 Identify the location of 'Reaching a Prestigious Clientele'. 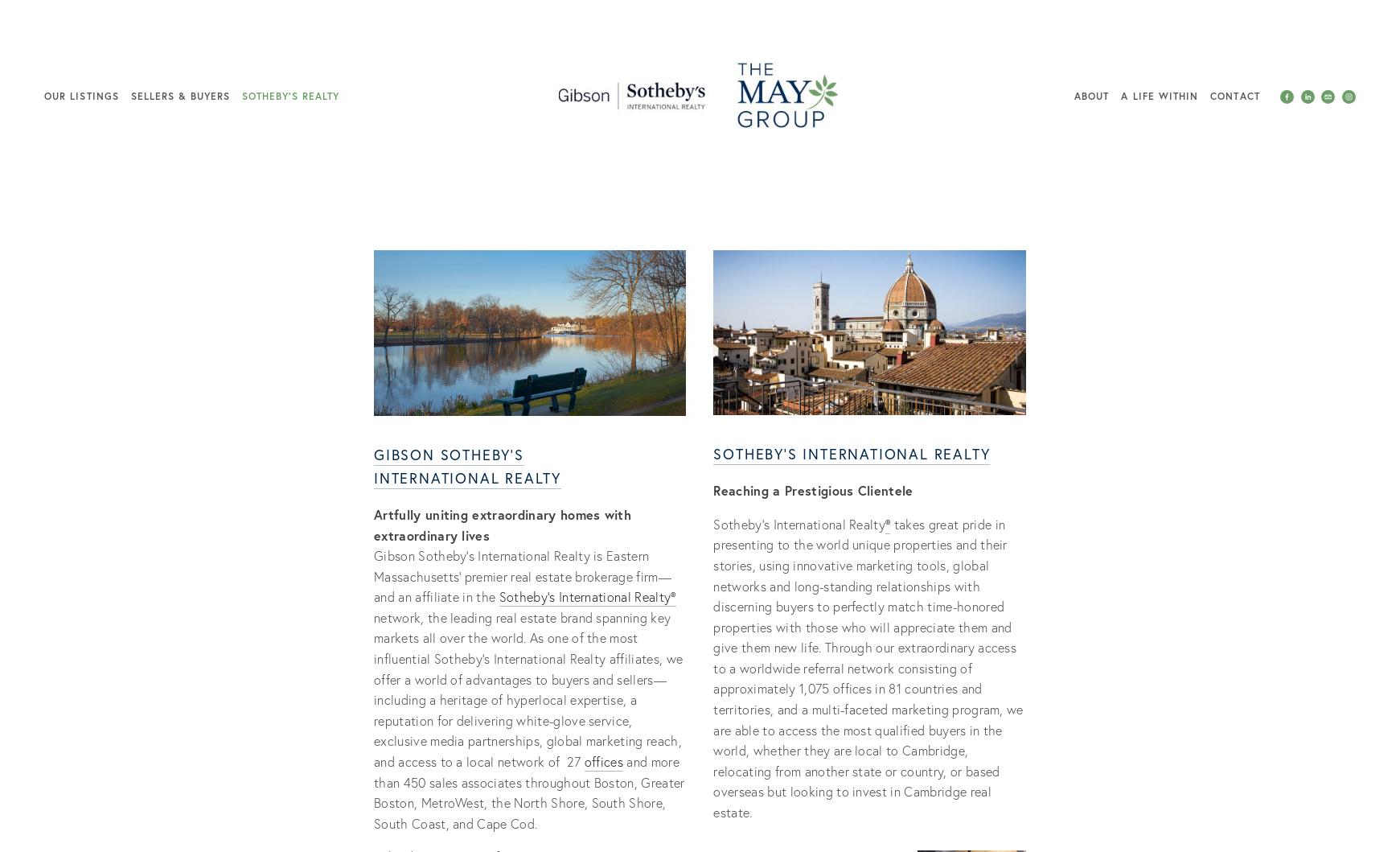
(815, 489).